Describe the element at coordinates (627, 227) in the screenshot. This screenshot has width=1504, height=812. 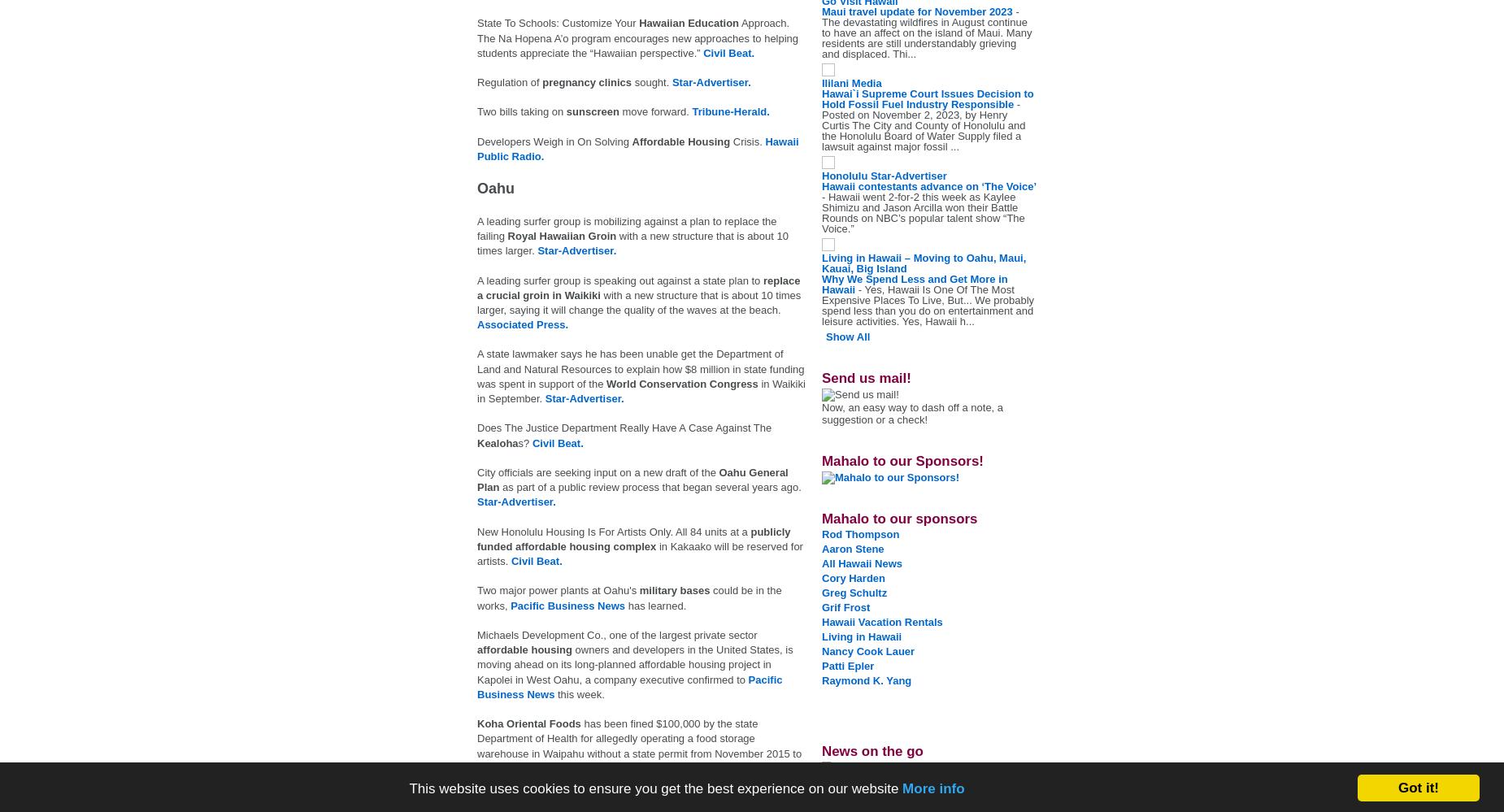
I see `'A leading surfer group is mobilizing against a plan to replace the failing'` at that location.